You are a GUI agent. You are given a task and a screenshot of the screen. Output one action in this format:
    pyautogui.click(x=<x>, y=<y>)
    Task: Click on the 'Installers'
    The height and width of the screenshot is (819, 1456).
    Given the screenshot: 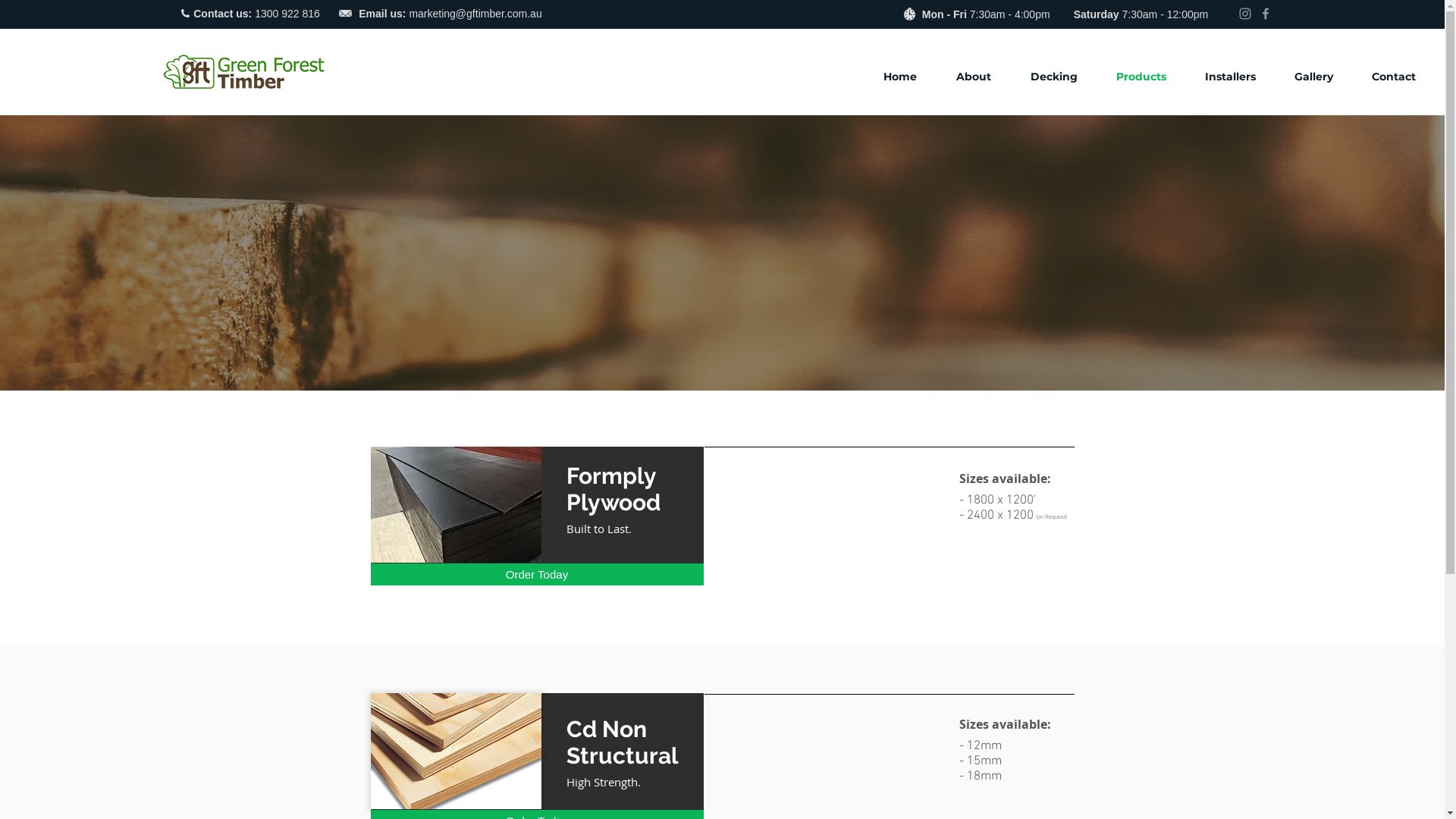 What is the action you would take?
    pyautogui.click(x=1193, y=76)
    